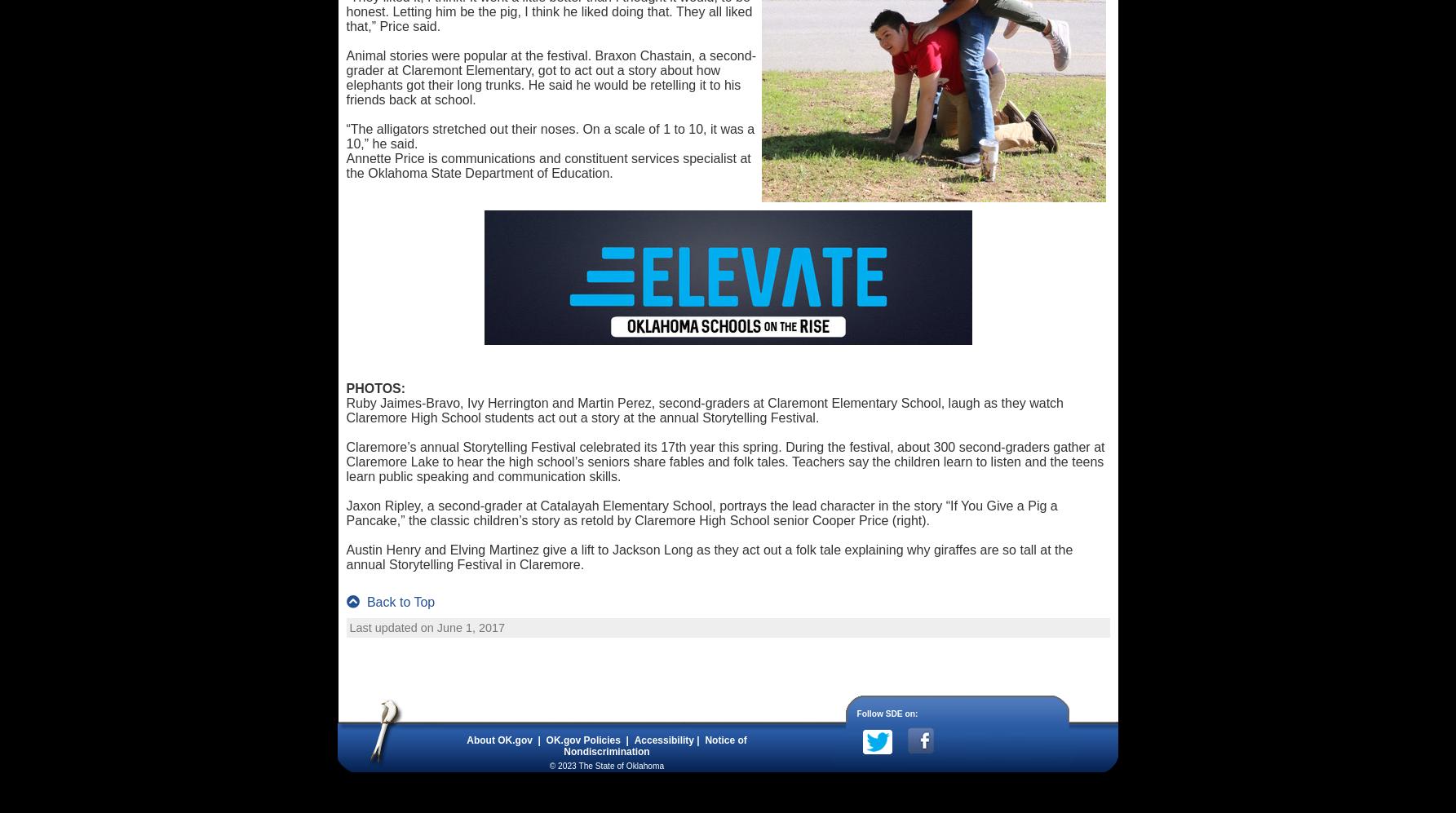 This screenshot has height=813, width=1456. I want to click on 'Back to Top', so click(397, 602).